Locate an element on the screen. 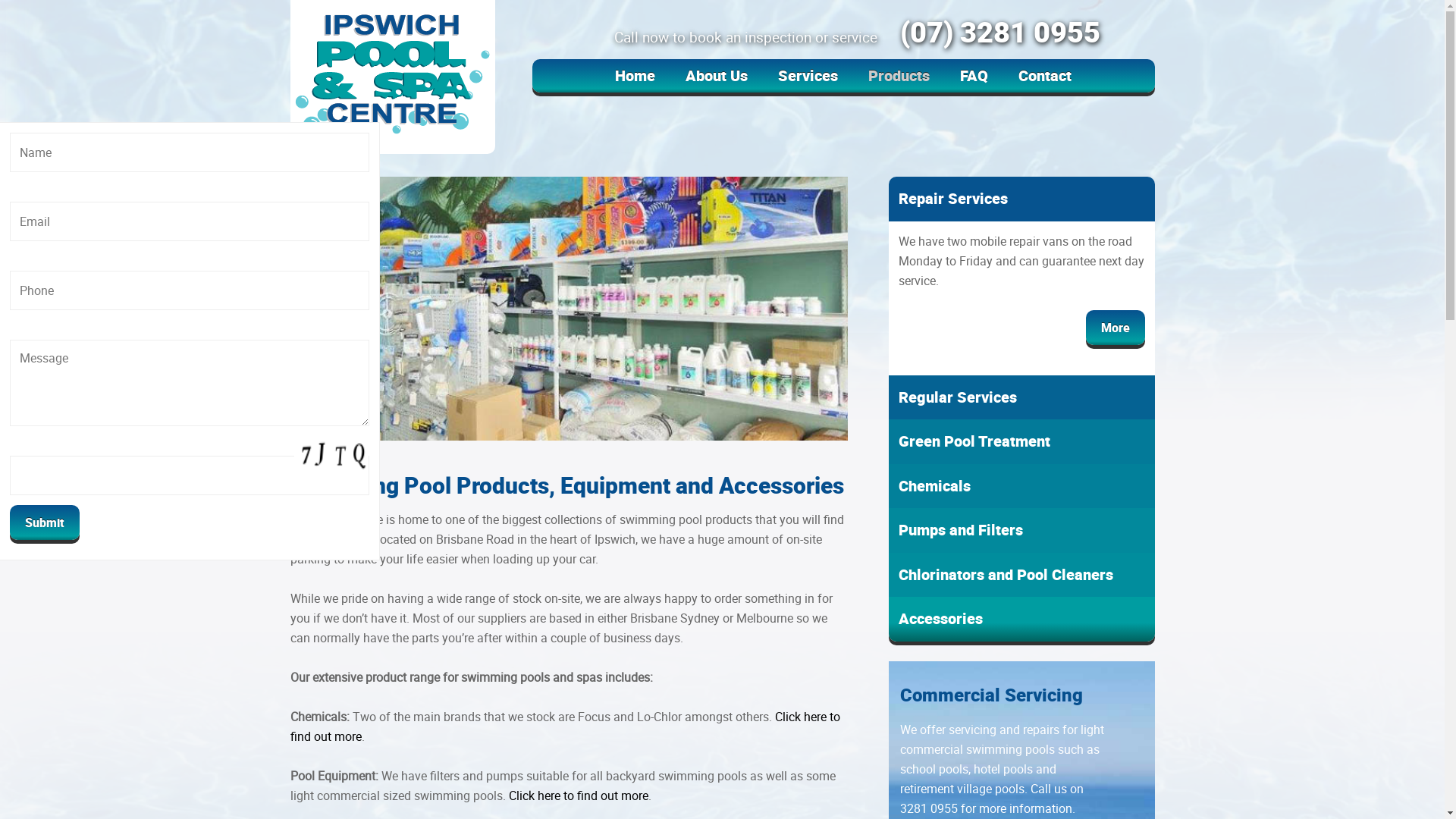 The height and width of the screenshot is (819, 1456). 'More' is located at coordinates (1115, 326).